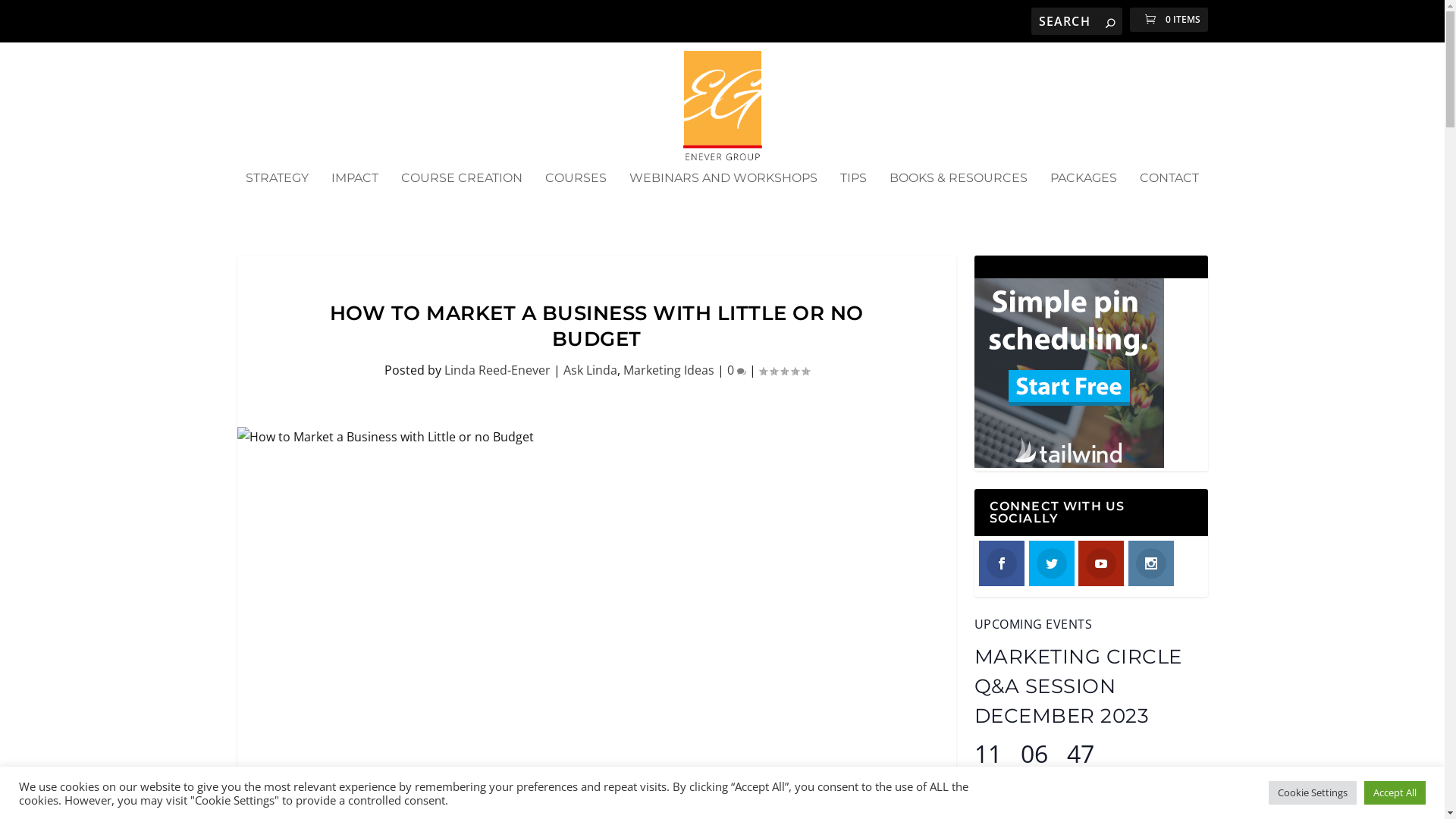 The height and width of the screenshot is (819, 1456). I want to click on 'PACKAGES', so click(1083, 198).